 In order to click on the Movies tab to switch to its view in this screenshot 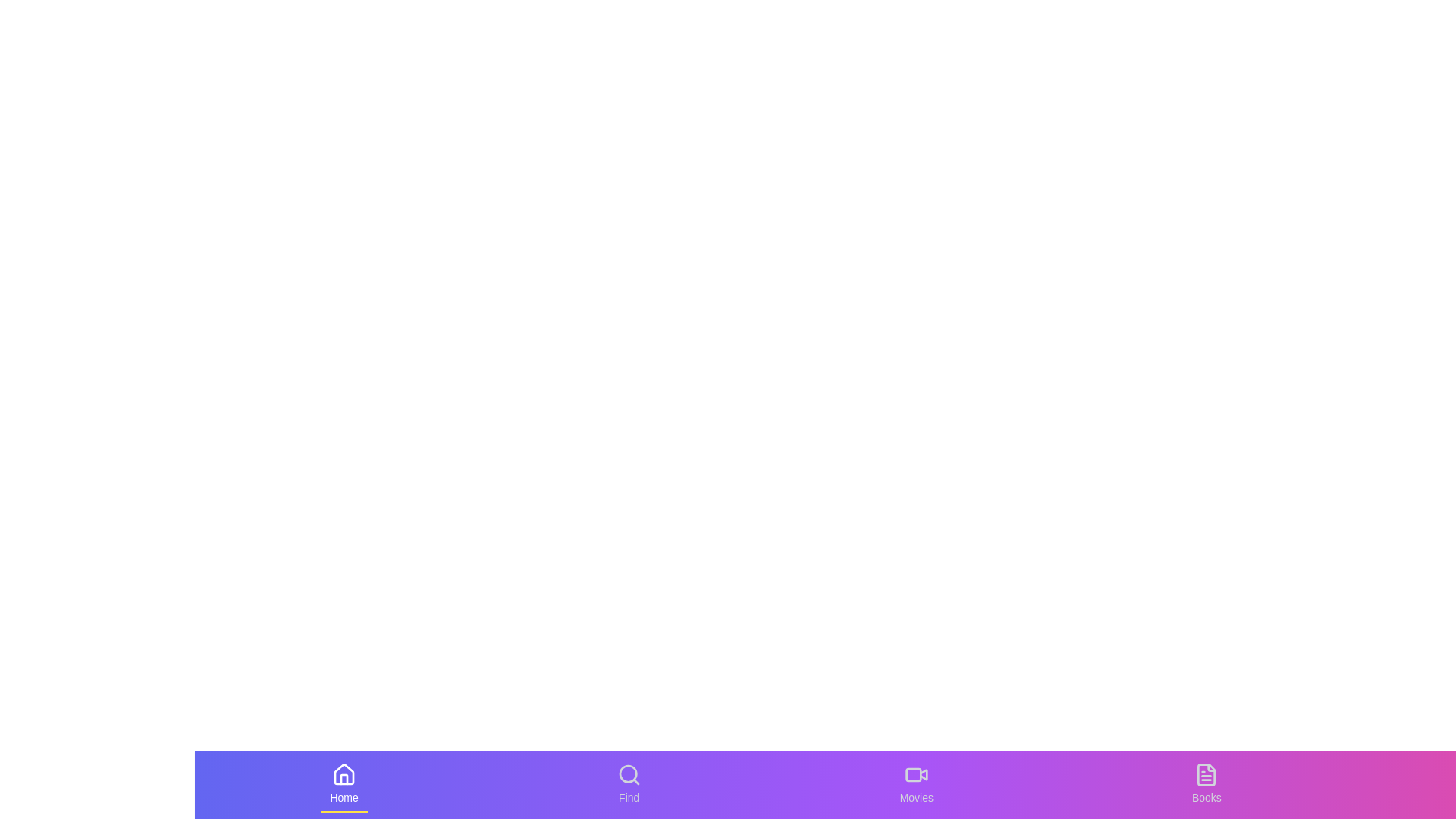, I will do `click(916, 784)`.